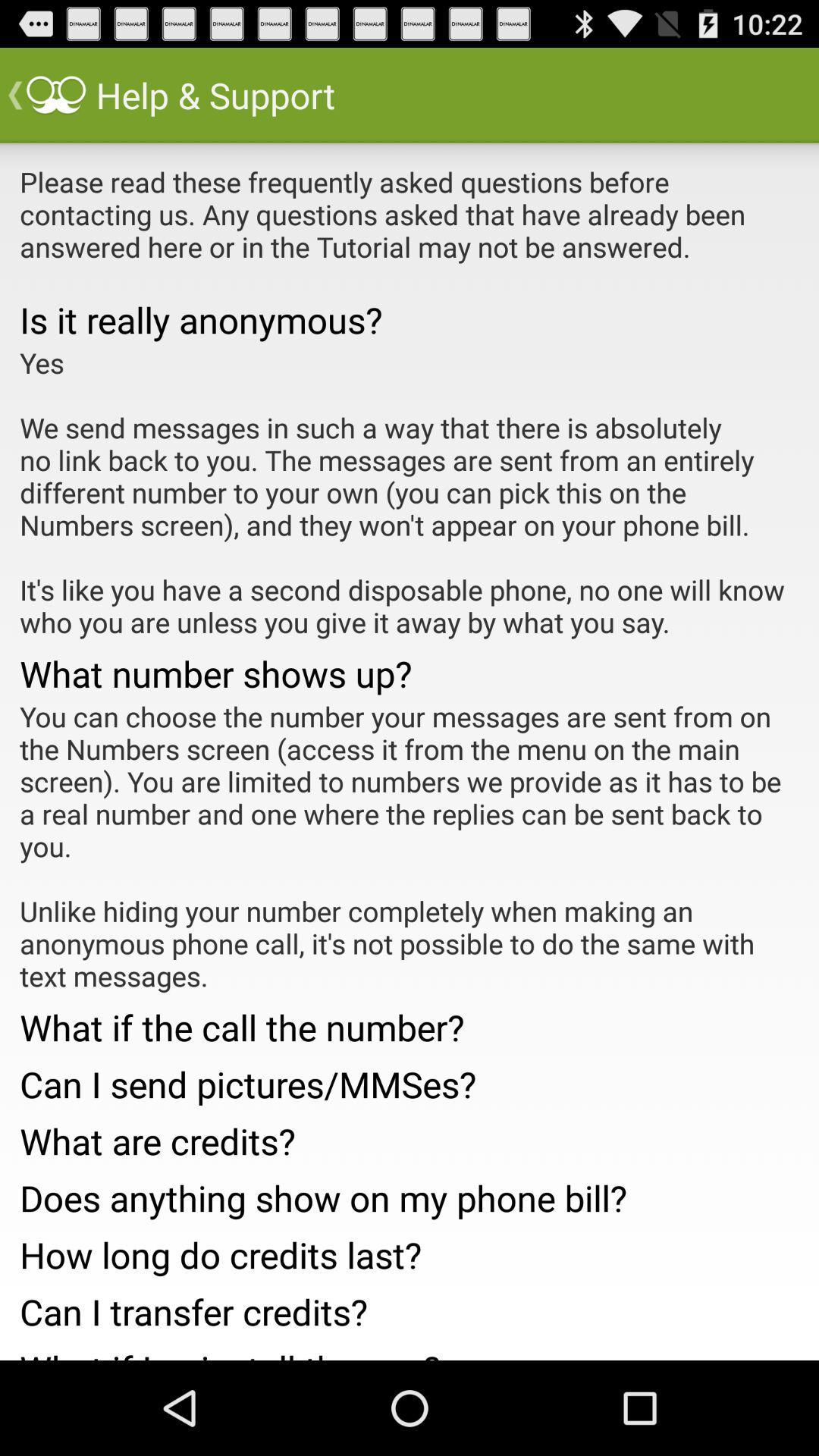 Image resolution: width=819 pixels, height=1456 pixels. Describe the element at coordinates (409, 845) in the screenshot. I see `the item below the what number shows icon` at that location.